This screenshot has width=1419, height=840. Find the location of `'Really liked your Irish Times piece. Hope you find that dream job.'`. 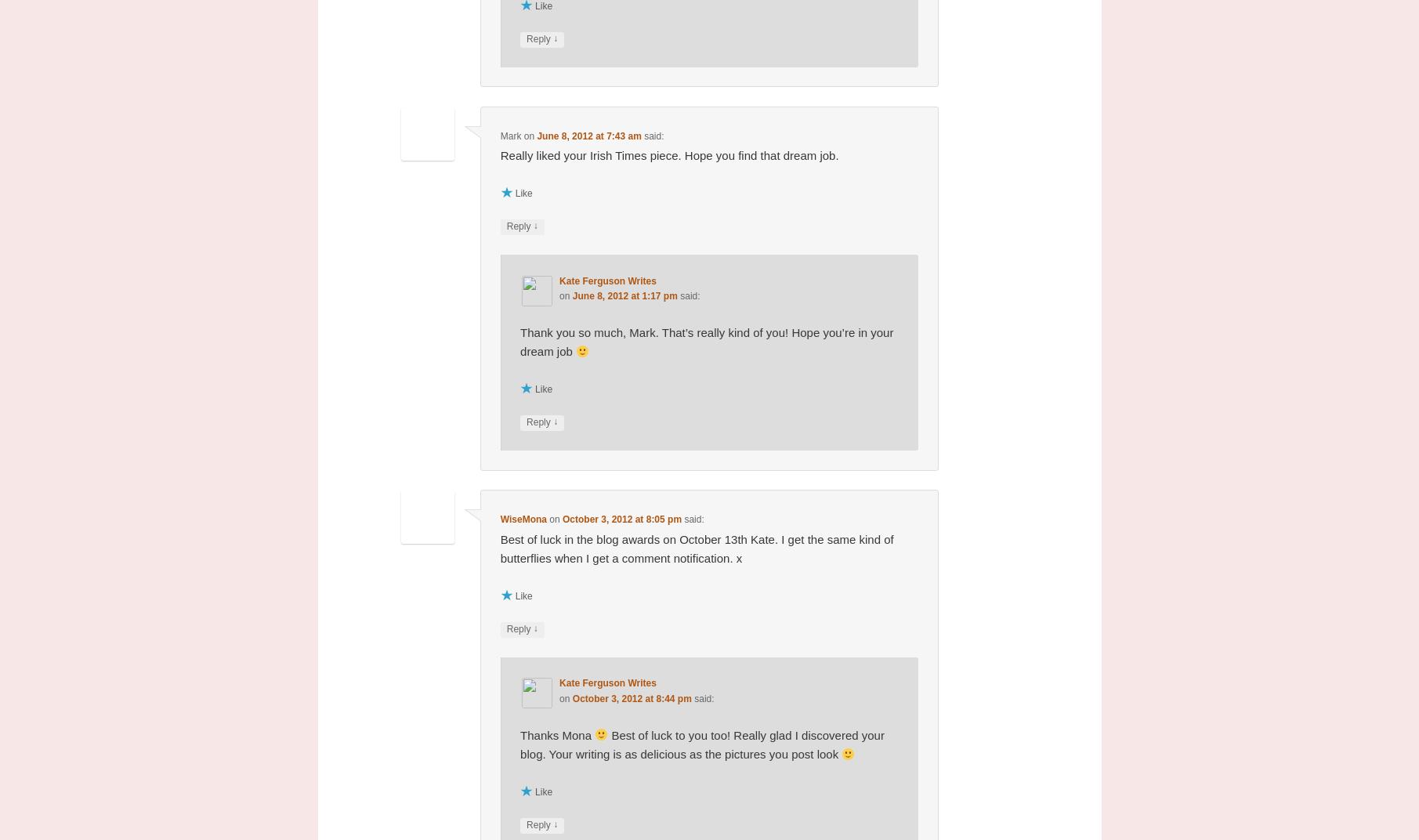

'Really liked your Irish Times piece. Hope you find that dream job.' is located at coordinates (669, 154).